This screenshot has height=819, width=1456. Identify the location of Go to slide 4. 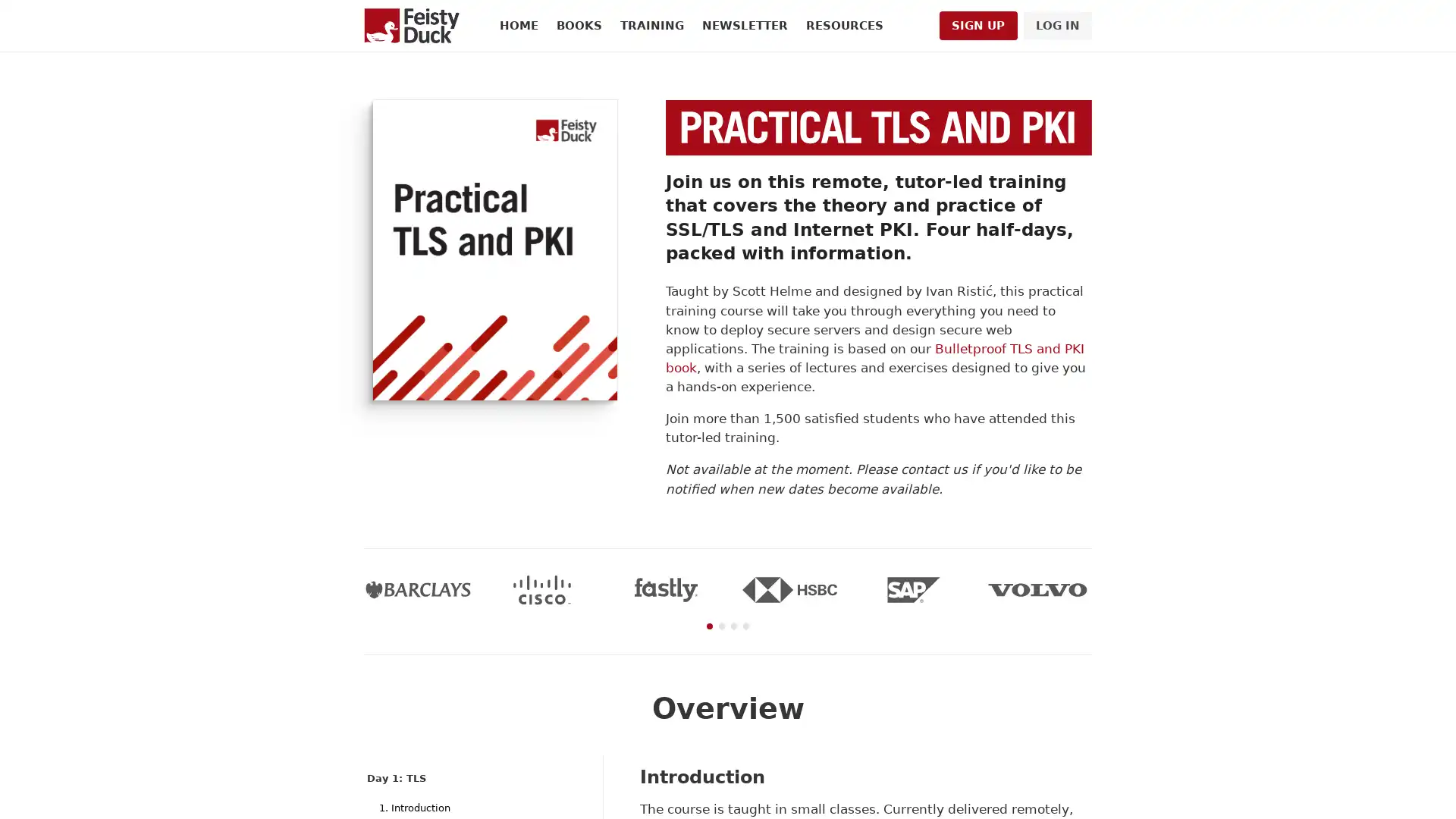
(745, 626).